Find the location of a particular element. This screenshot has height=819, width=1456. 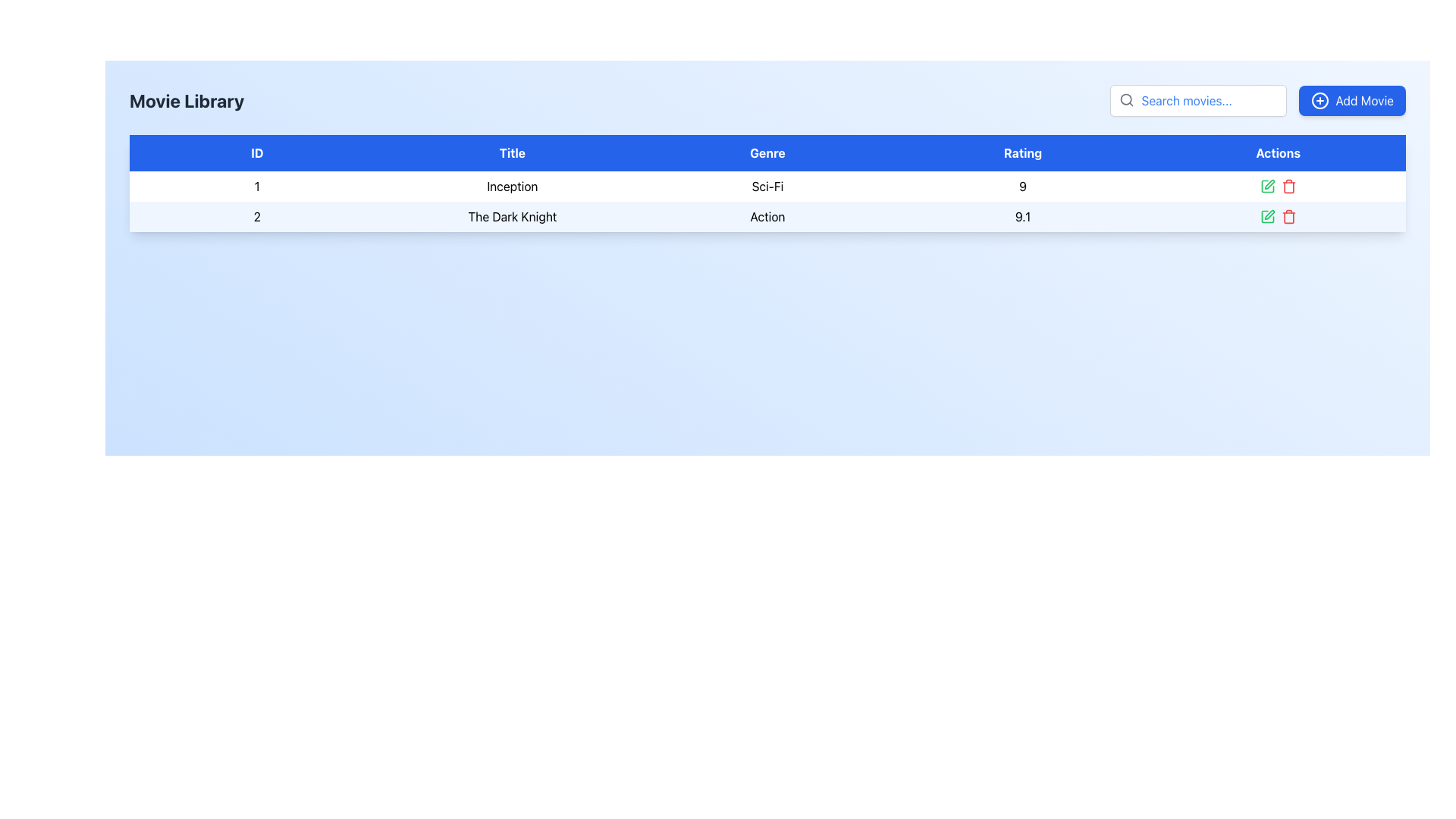

the icon located to the left of the 'Add Movie' text inside the blue button in the top-right corner of the interface to initiate the addition of a new movie is located at coordinates (1319, 100).